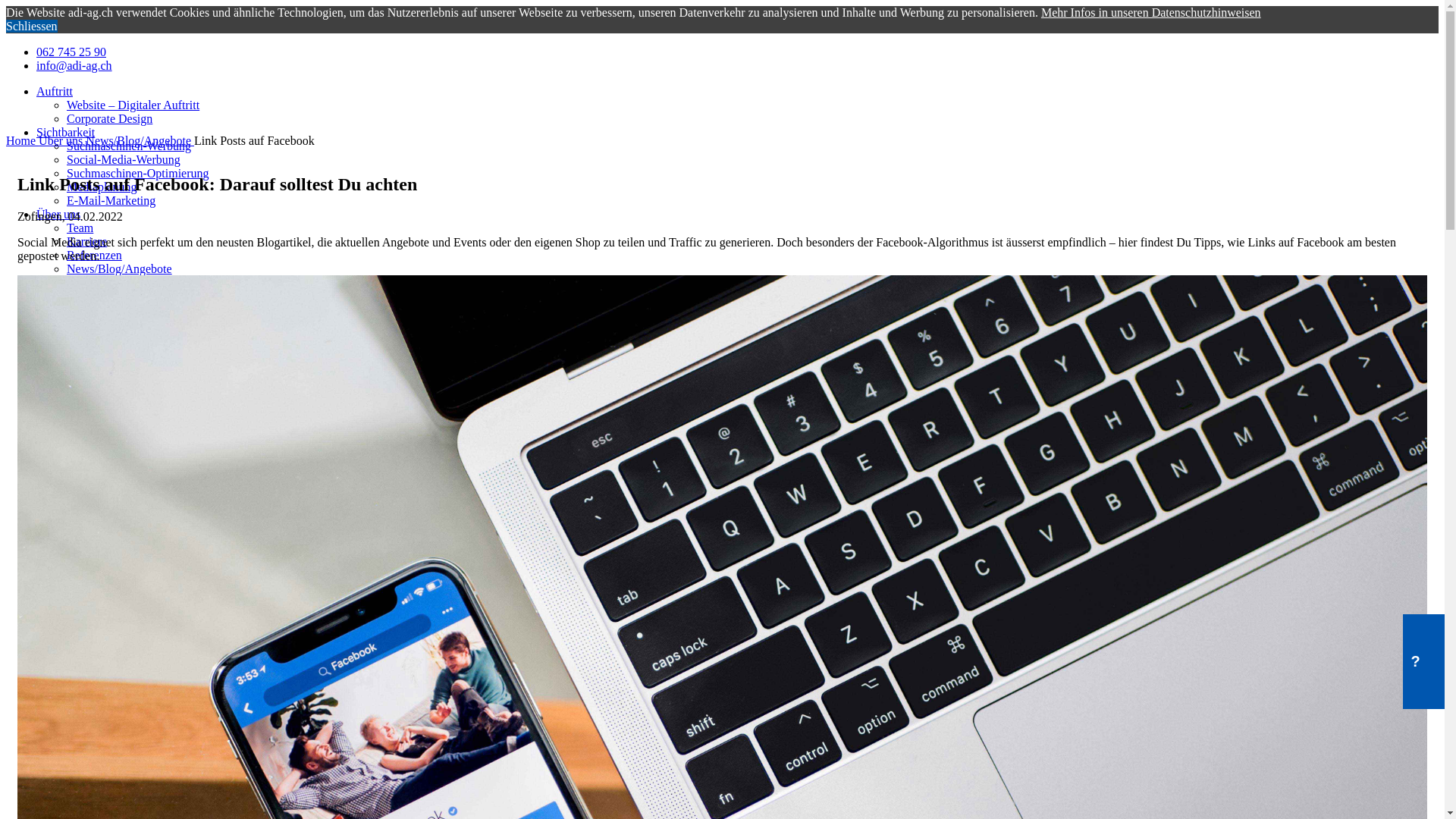 The image size is (1456, 819). Describe the element at coordinates (65, 240) in the screenshot. I see `'Karriere'` at that location.